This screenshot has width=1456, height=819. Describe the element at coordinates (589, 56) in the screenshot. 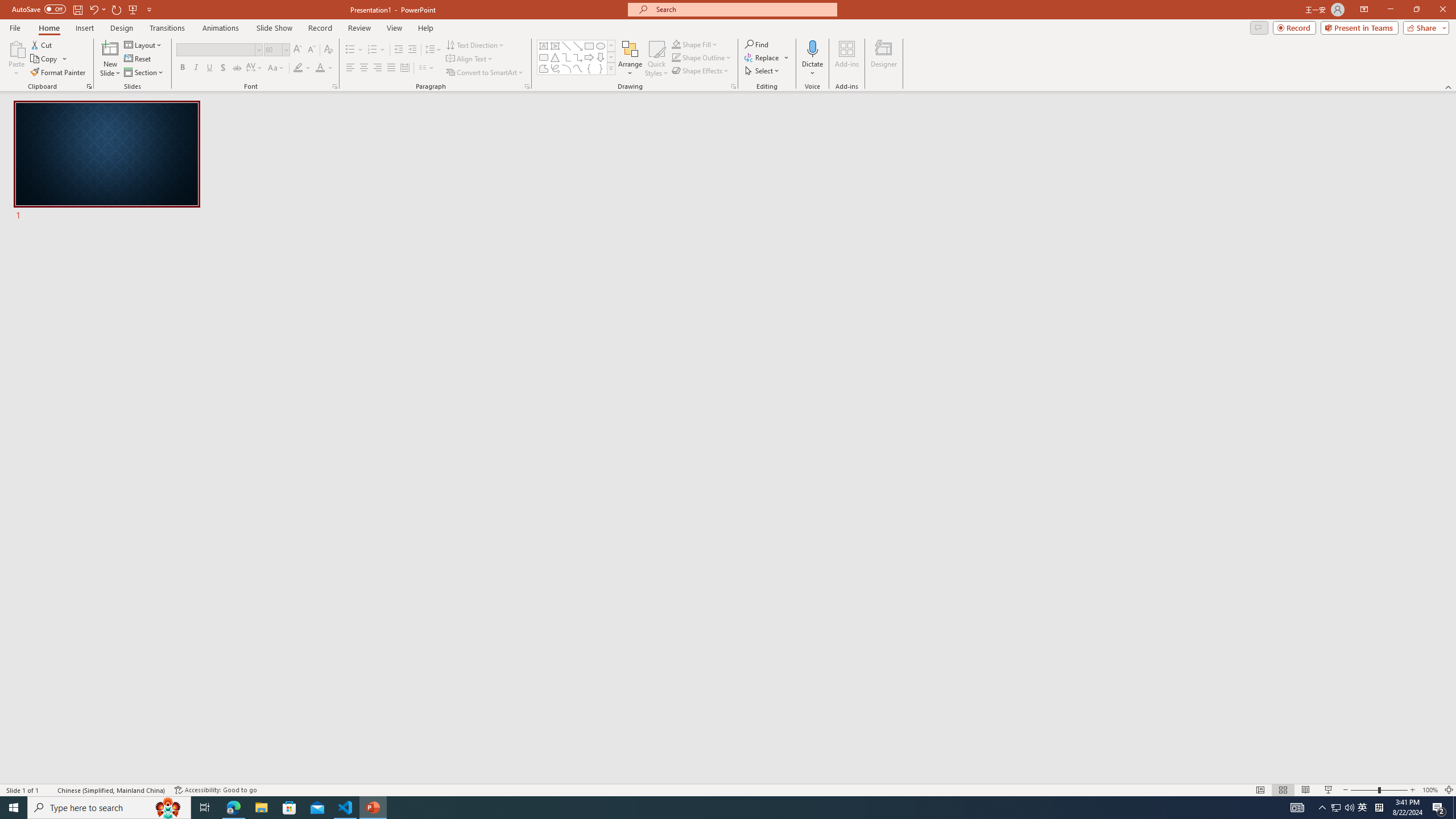

I see `'Arrow: Right'` at that location.